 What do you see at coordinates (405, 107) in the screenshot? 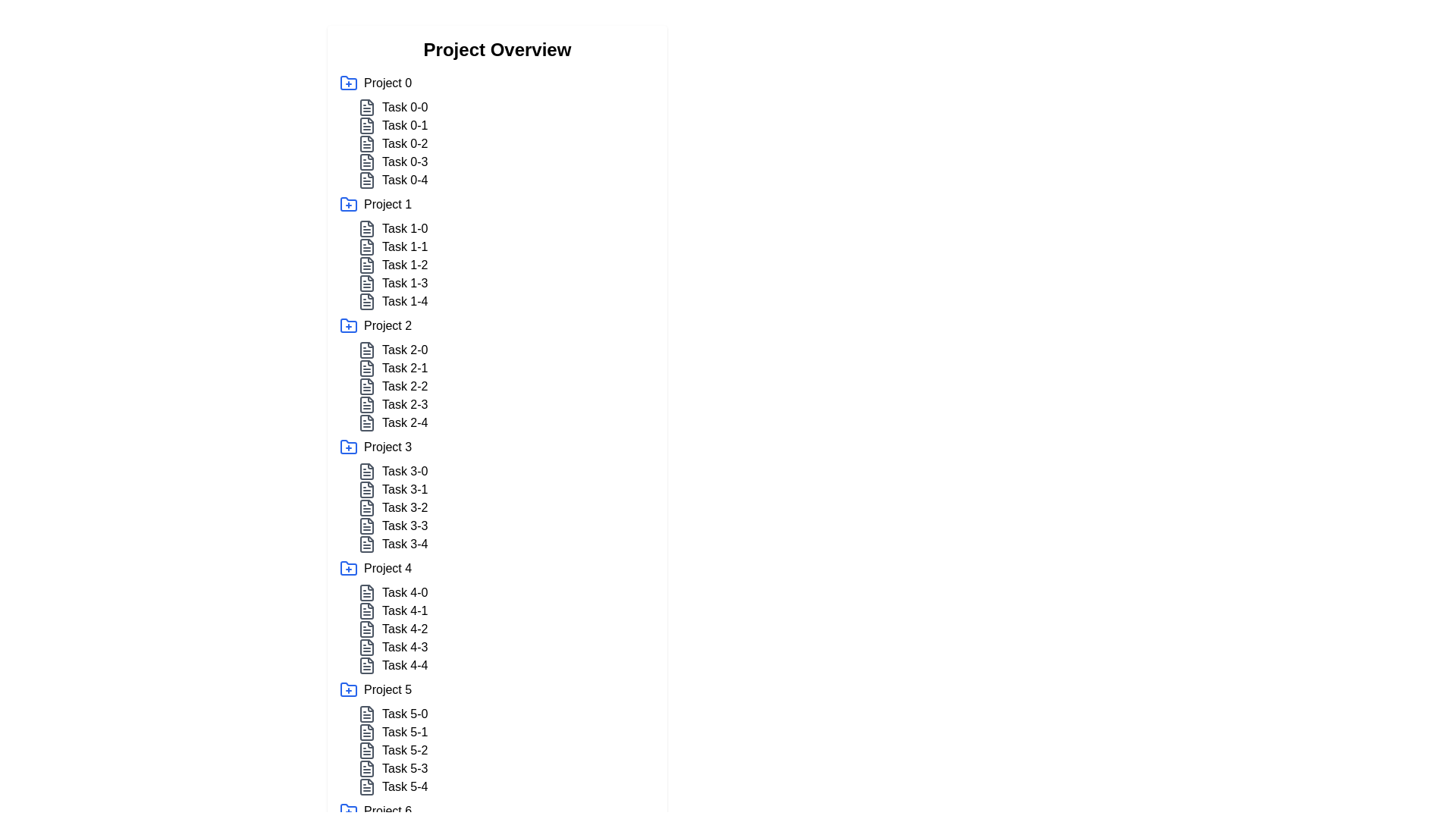
I see `the text label displaying 'Task 0-0' which is styled in black plain font and aligned horizontally, located under 'Project 0' in the 'Project Overview'` at bounding box center [405, 107].